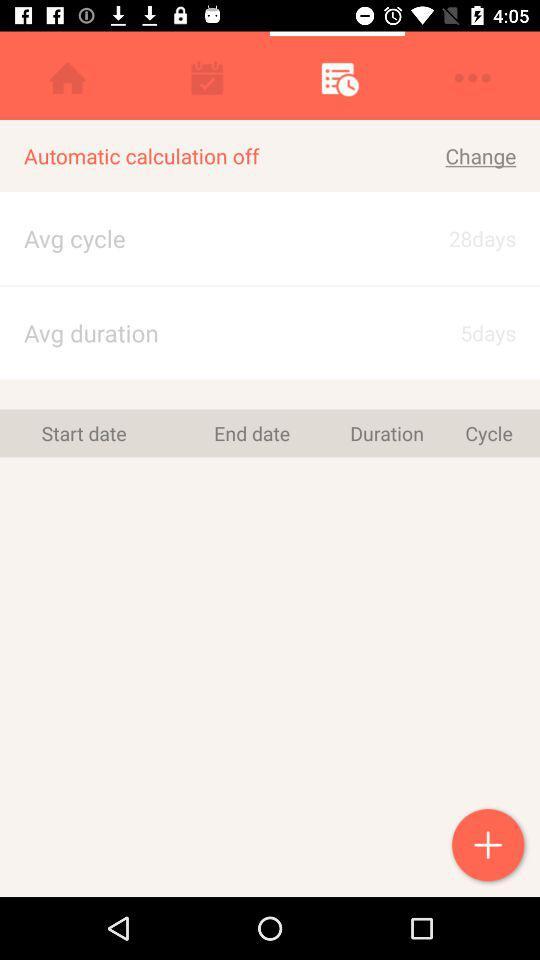 The width and height of the screenshot is (540, 960). What do you see at coordinates (189, 238) in the screenshot?
I see `the avg cycle app` at bounding box center [189, 238].